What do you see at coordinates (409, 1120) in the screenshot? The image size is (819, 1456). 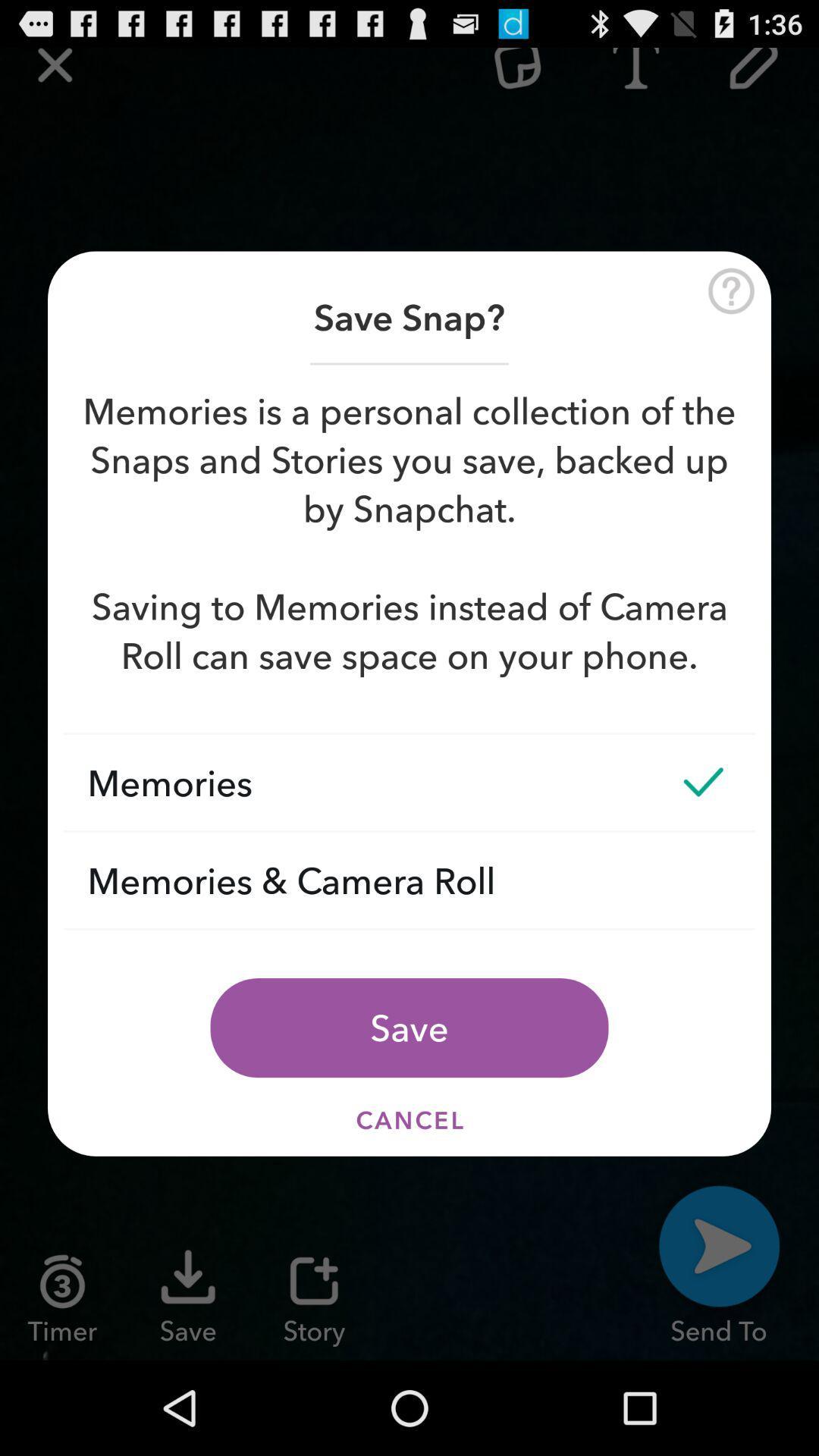 I see `item below the save` at bounding box center [409, 1120].